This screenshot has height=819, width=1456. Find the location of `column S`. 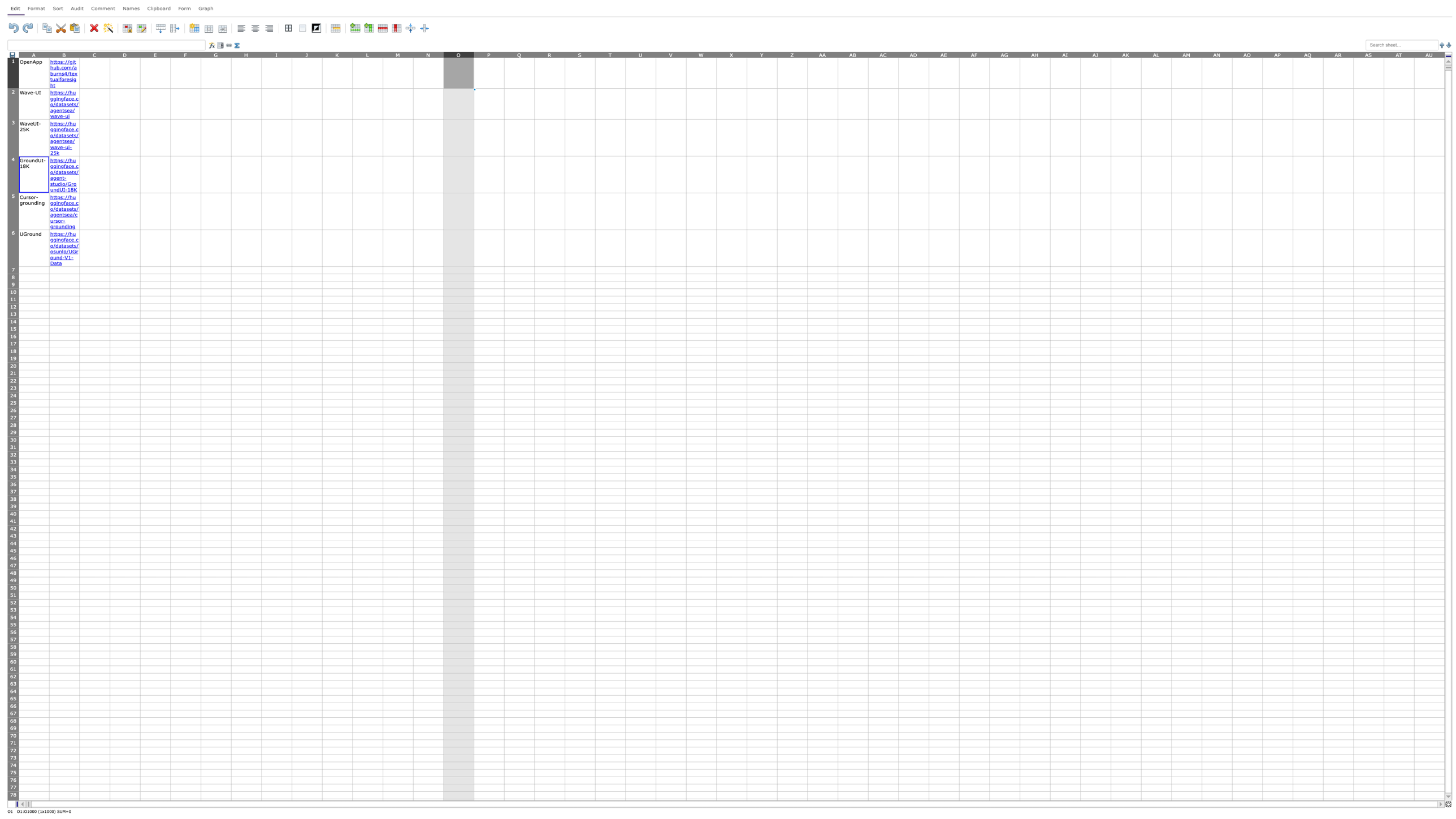

column S is located at coordinates (579, 54).